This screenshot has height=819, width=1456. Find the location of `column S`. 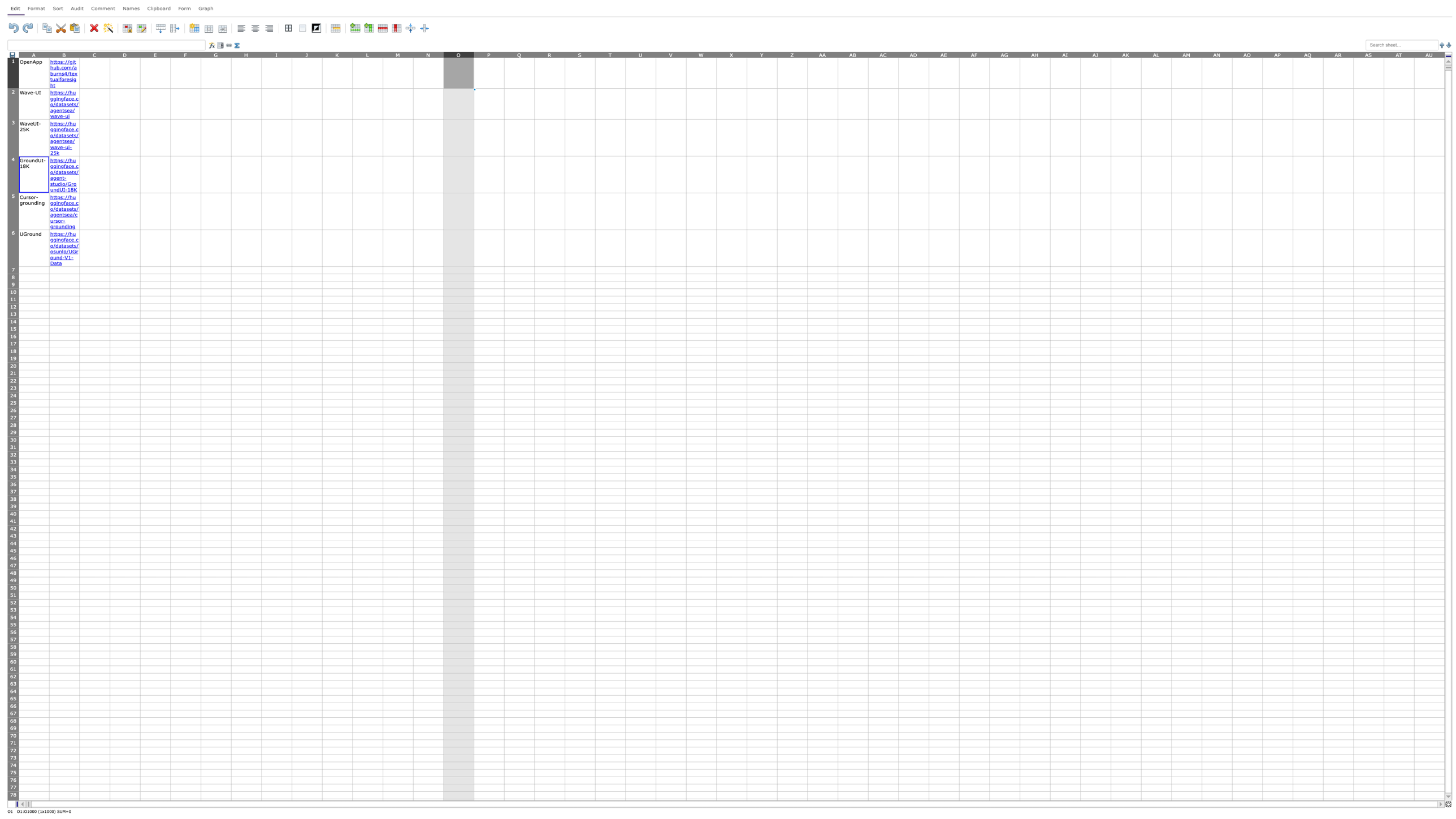

column S is located at coordinates (579, 54).